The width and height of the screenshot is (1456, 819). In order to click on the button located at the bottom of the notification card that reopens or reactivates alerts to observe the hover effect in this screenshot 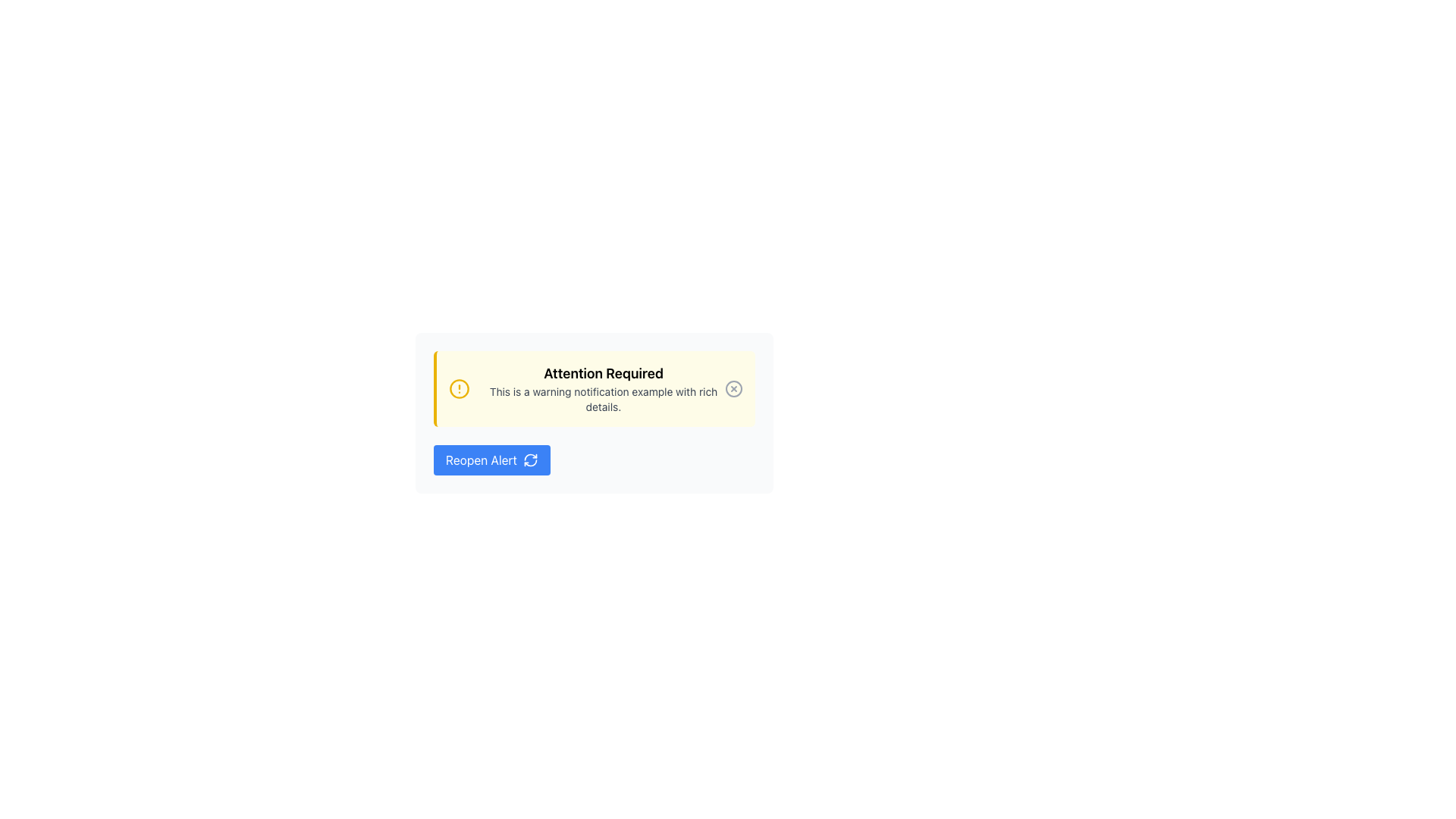, I will do `click(491, 459)`.